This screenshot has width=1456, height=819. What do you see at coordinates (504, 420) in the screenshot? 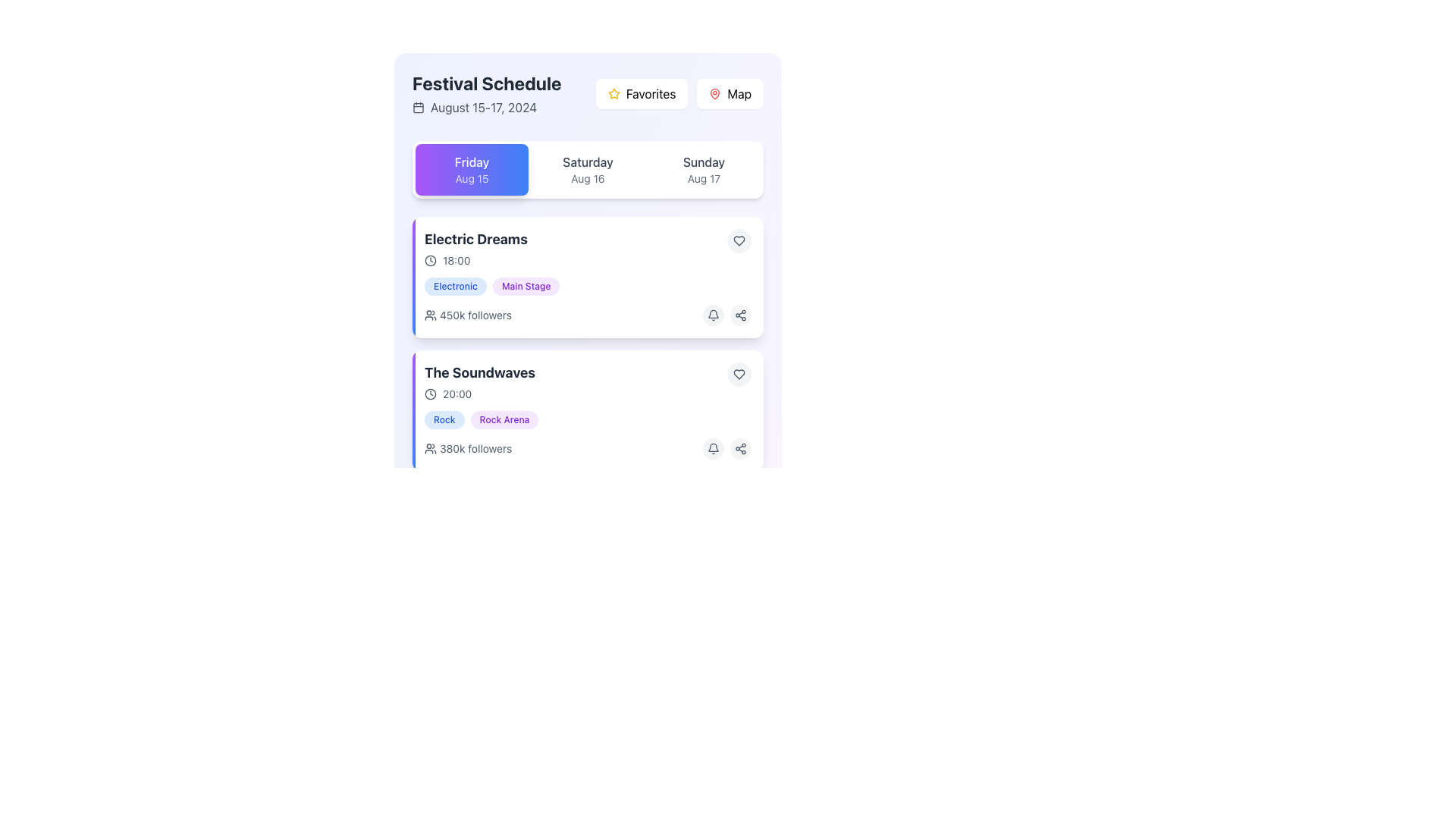
I see `the capsule-shaped label with light purple background and darker purple text displaying 'Rock Arena', positioned on the right side of the label 'Rock' in the event information section for 'The Soundwaves'` at bounding box center [504, 420].